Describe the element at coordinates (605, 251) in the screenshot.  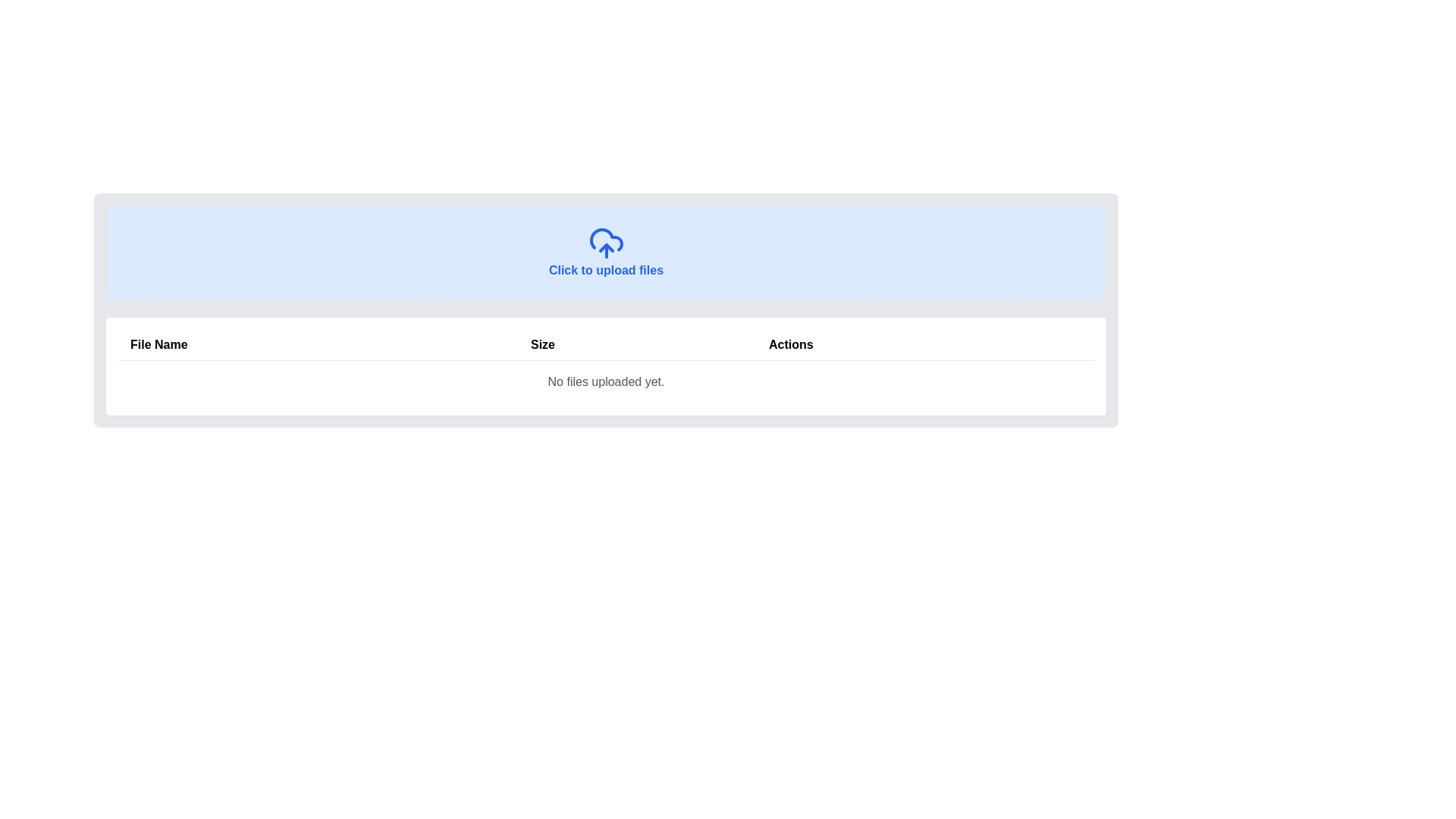
I see `the blue-colored text label displaying 'Click to upload files.'` at that location.